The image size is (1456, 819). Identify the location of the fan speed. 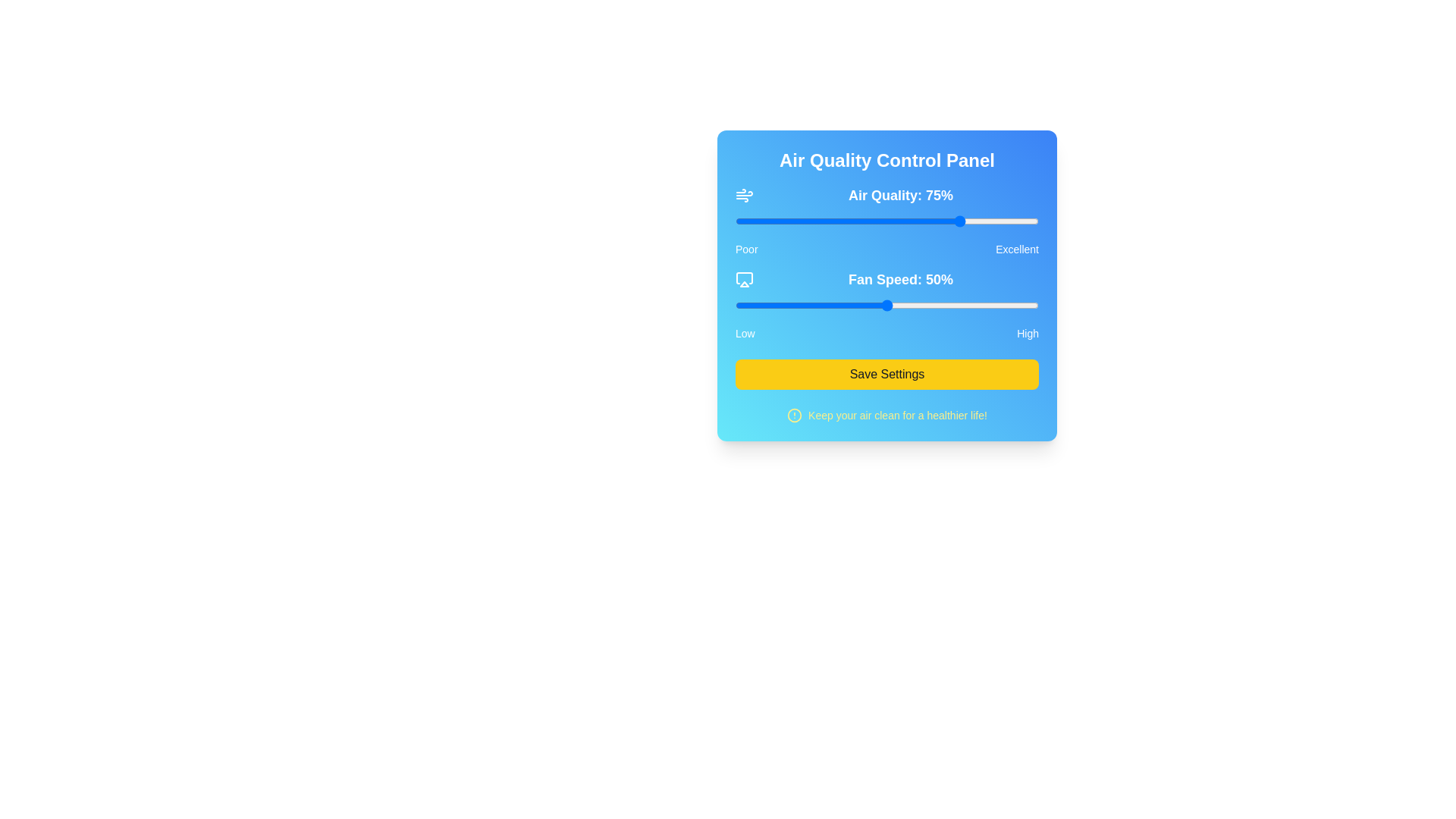
(949, 305).